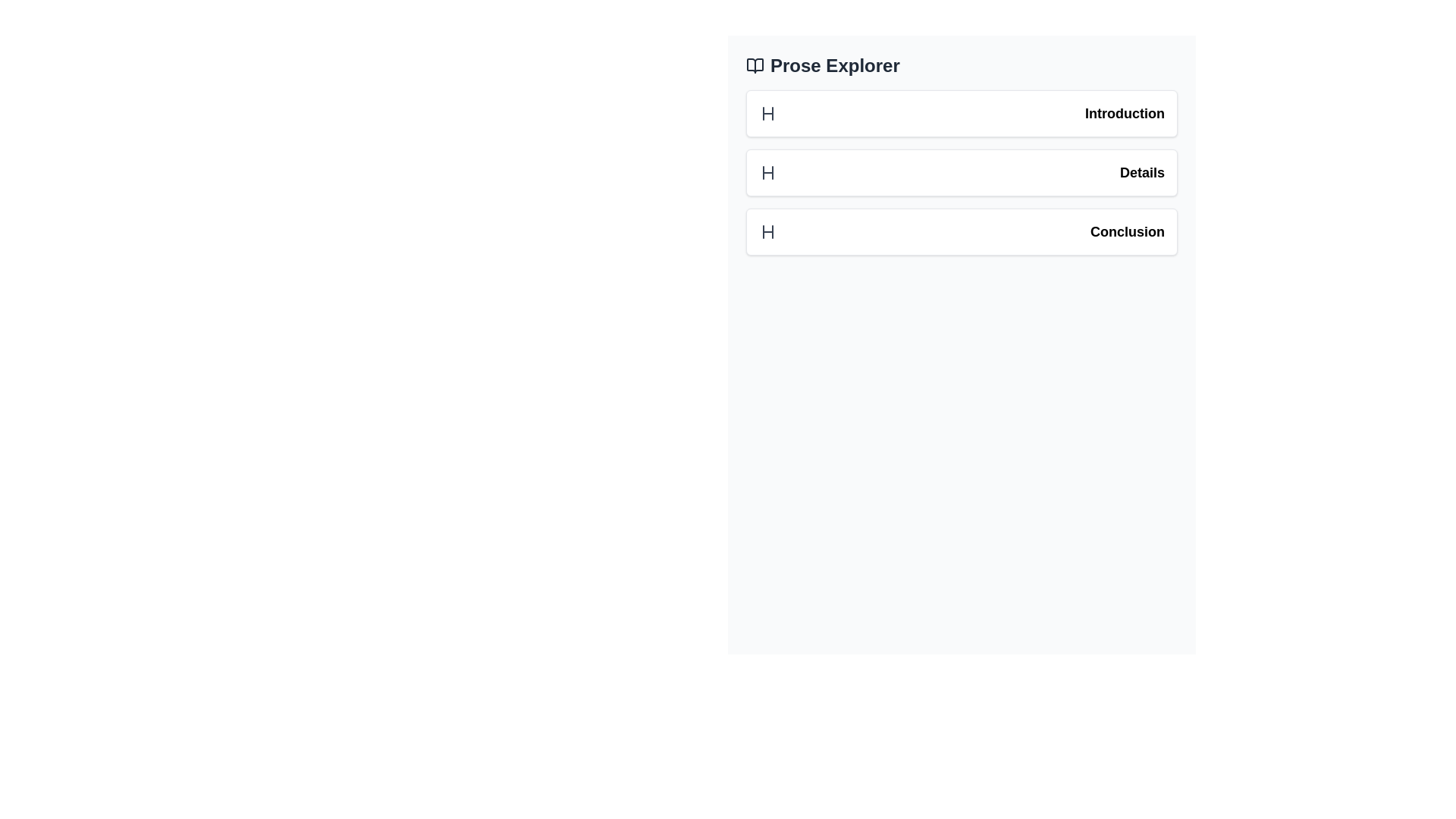  What do you see at coordinates (767, 113) in the screenshot?
I see `the SVG icon that marks the 'Introduction' section header` at bounding box center [767, 113].